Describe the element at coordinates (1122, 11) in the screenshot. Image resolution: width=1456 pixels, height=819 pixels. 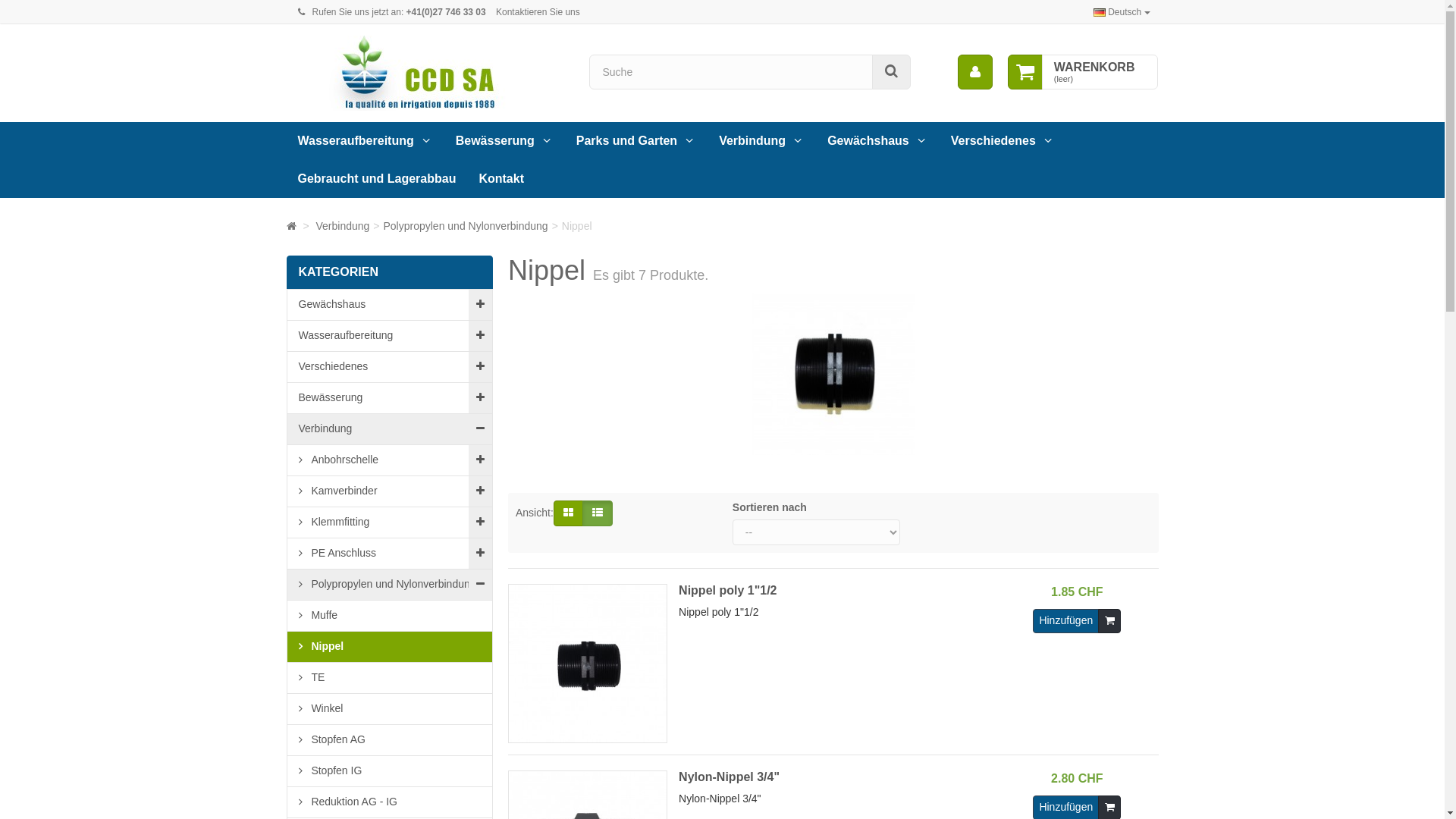
I see `'Deutsch'` at that location.